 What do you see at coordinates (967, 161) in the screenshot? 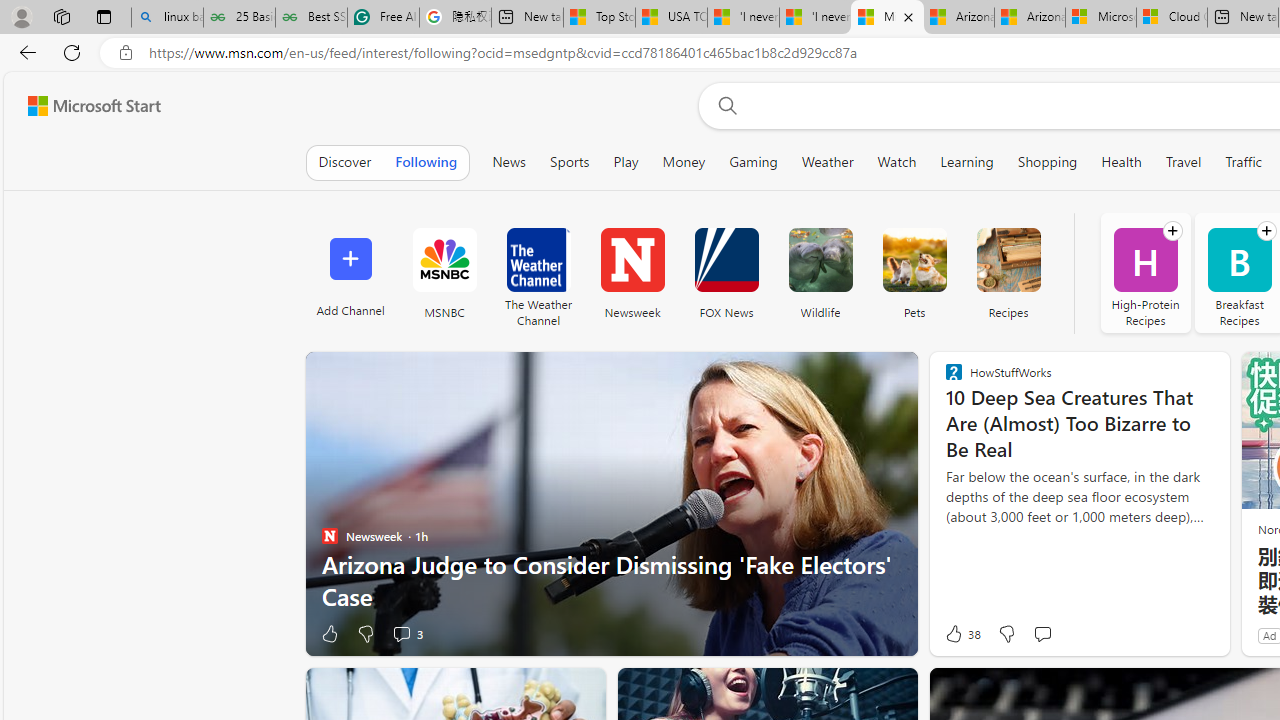
I see `'Learning'` at bounding box center [967, 161].